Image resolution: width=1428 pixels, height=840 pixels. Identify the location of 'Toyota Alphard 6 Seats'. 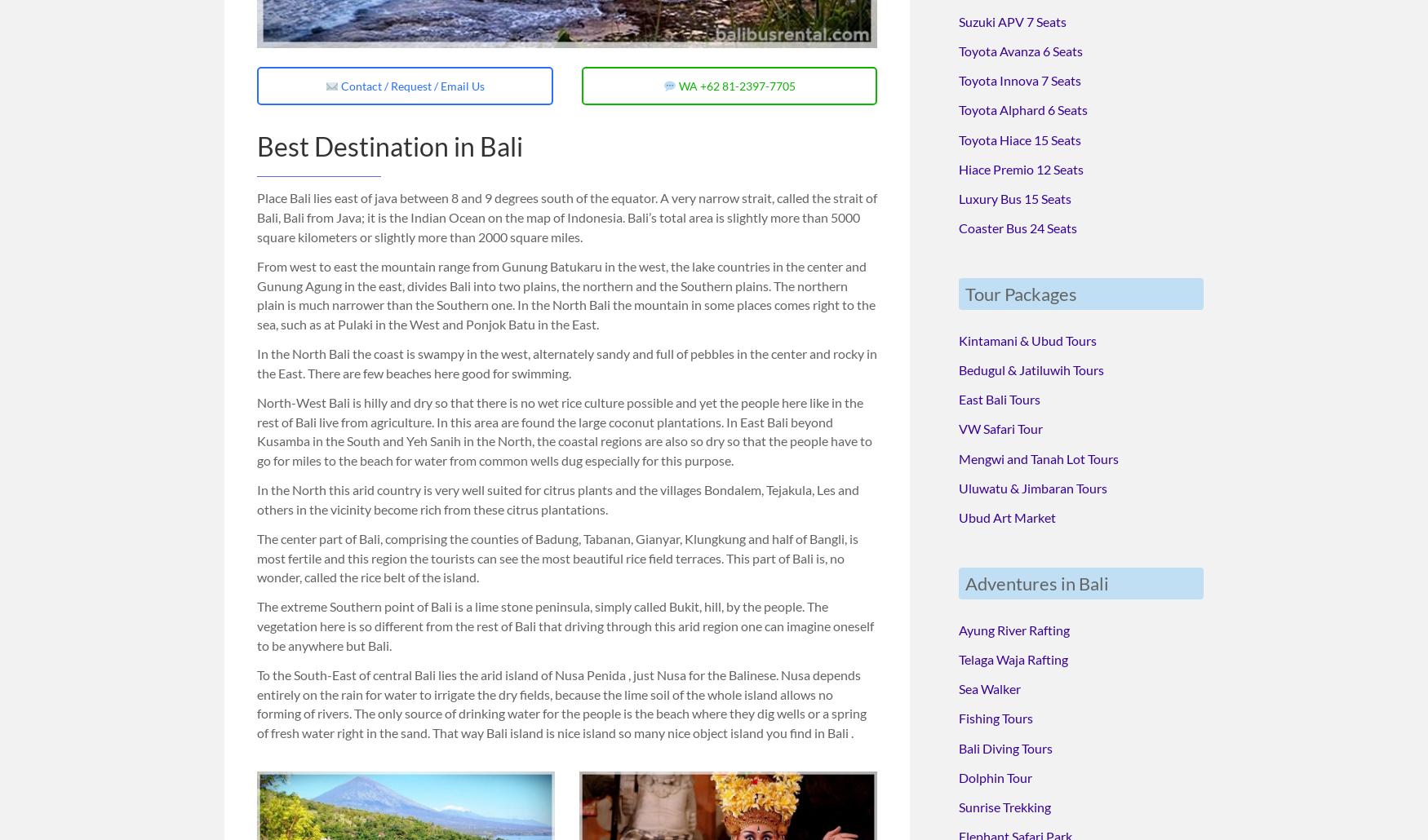
(1022, 107).